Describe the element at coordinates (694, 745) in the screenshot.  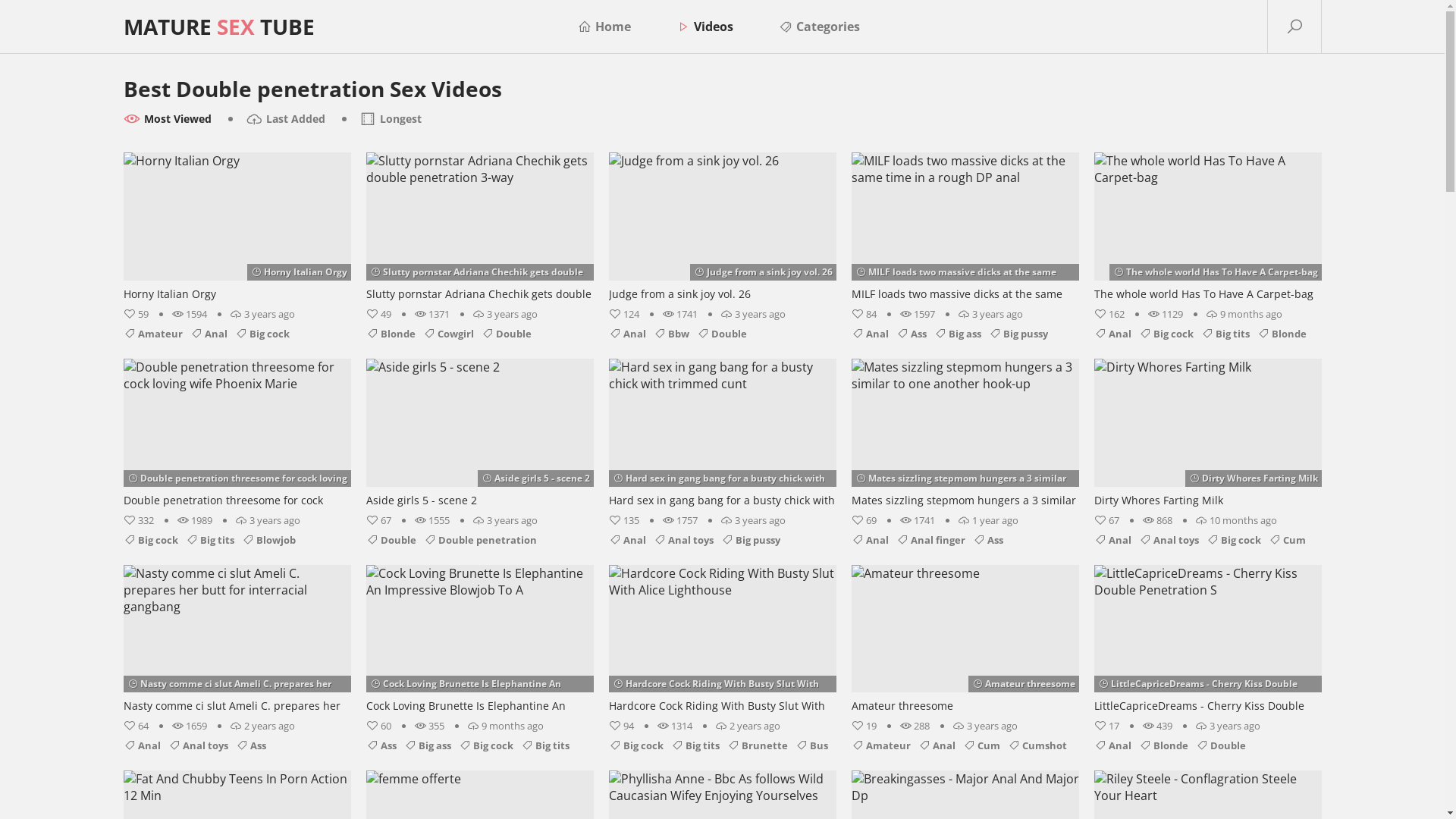
I see `'Big tits'` at that location.